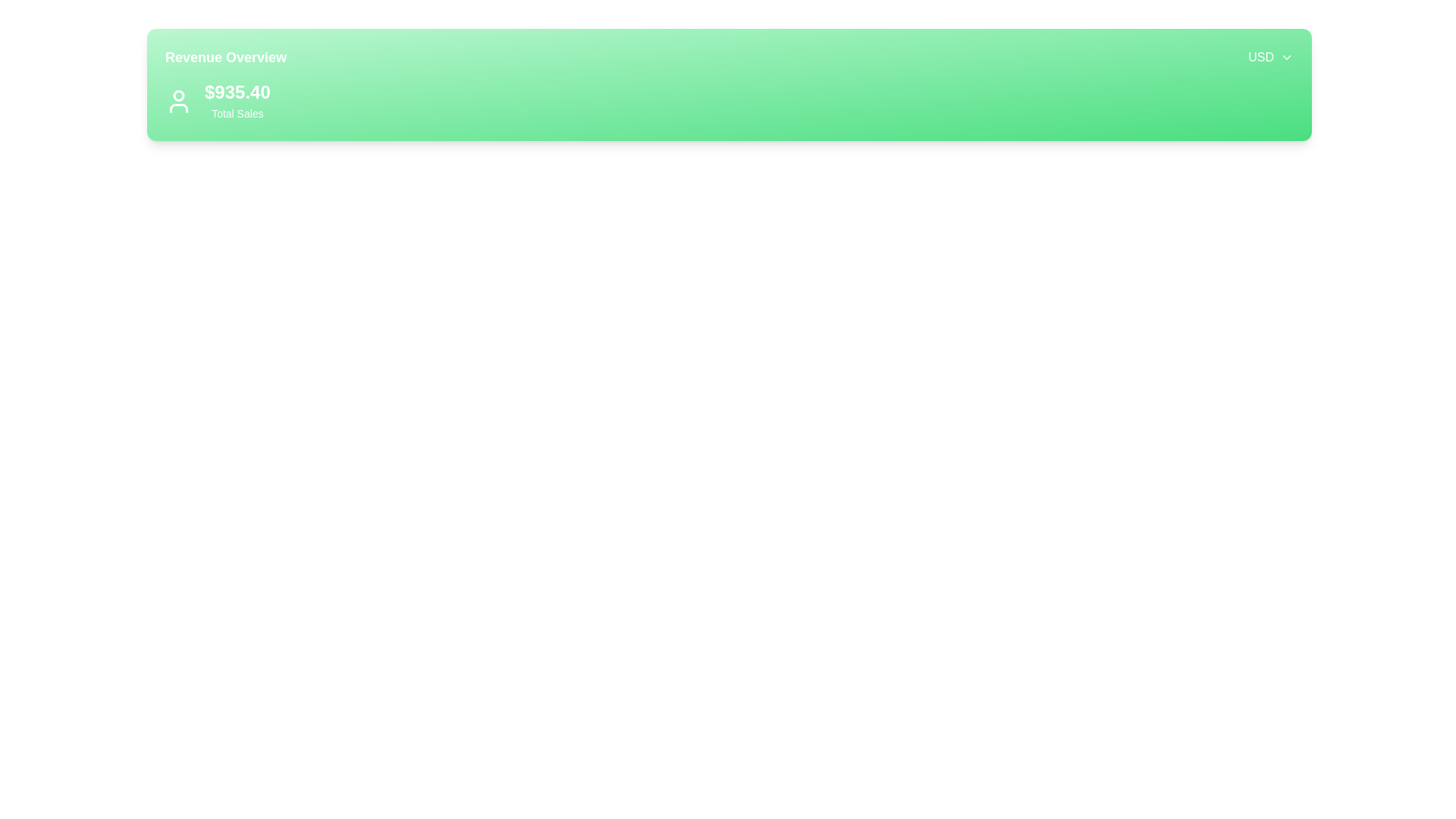 This screenshot has width=1456, height=819. I want to click on the 'Total Sales' text label, which is styled in white on a green background and is positioned below the monetary value '$935.40', so click(237, 113).